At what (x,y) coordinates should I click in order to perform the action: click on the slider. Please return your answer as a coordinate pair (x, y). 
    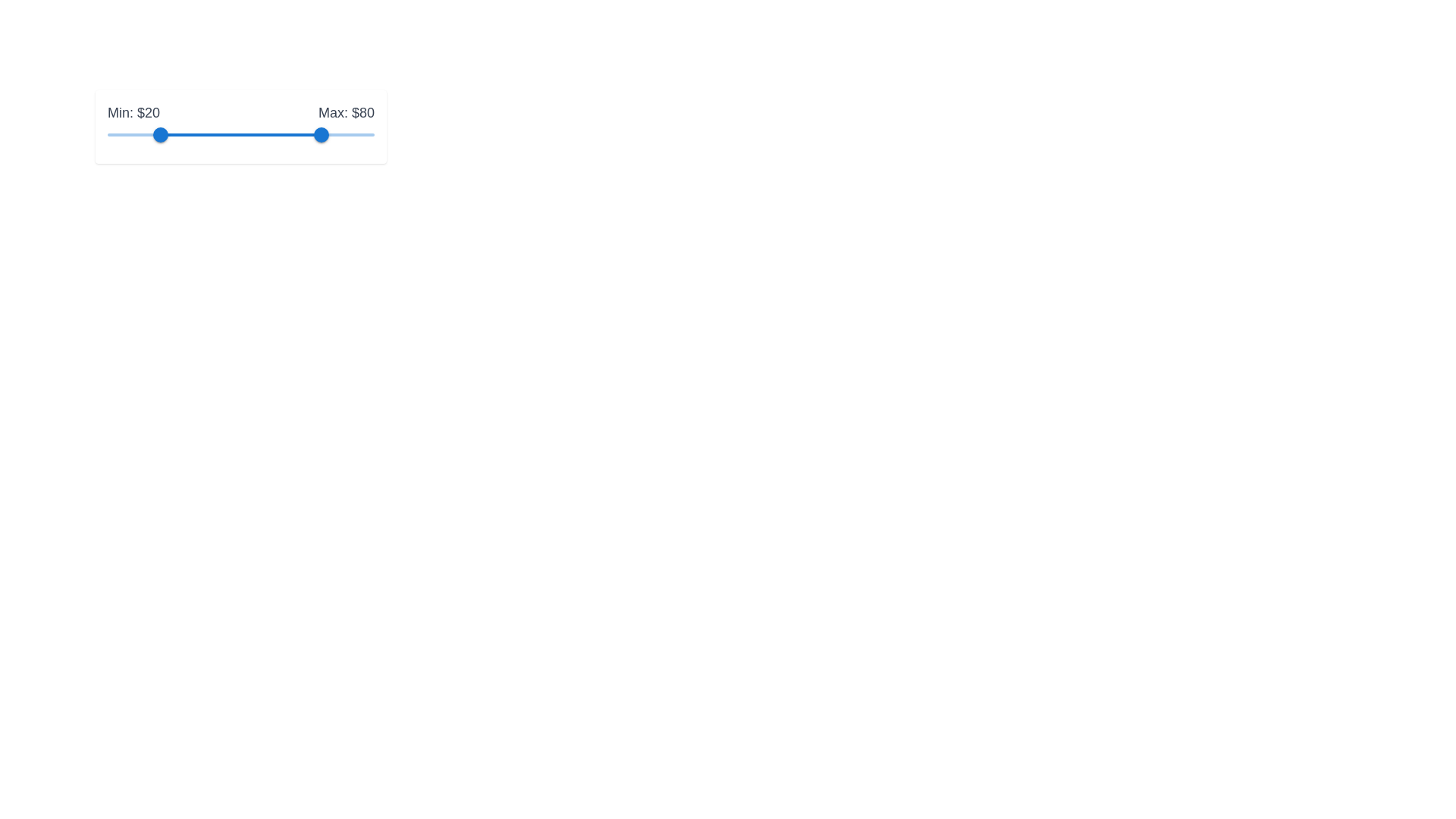
    Looking at the image, I should click on (171, 133).